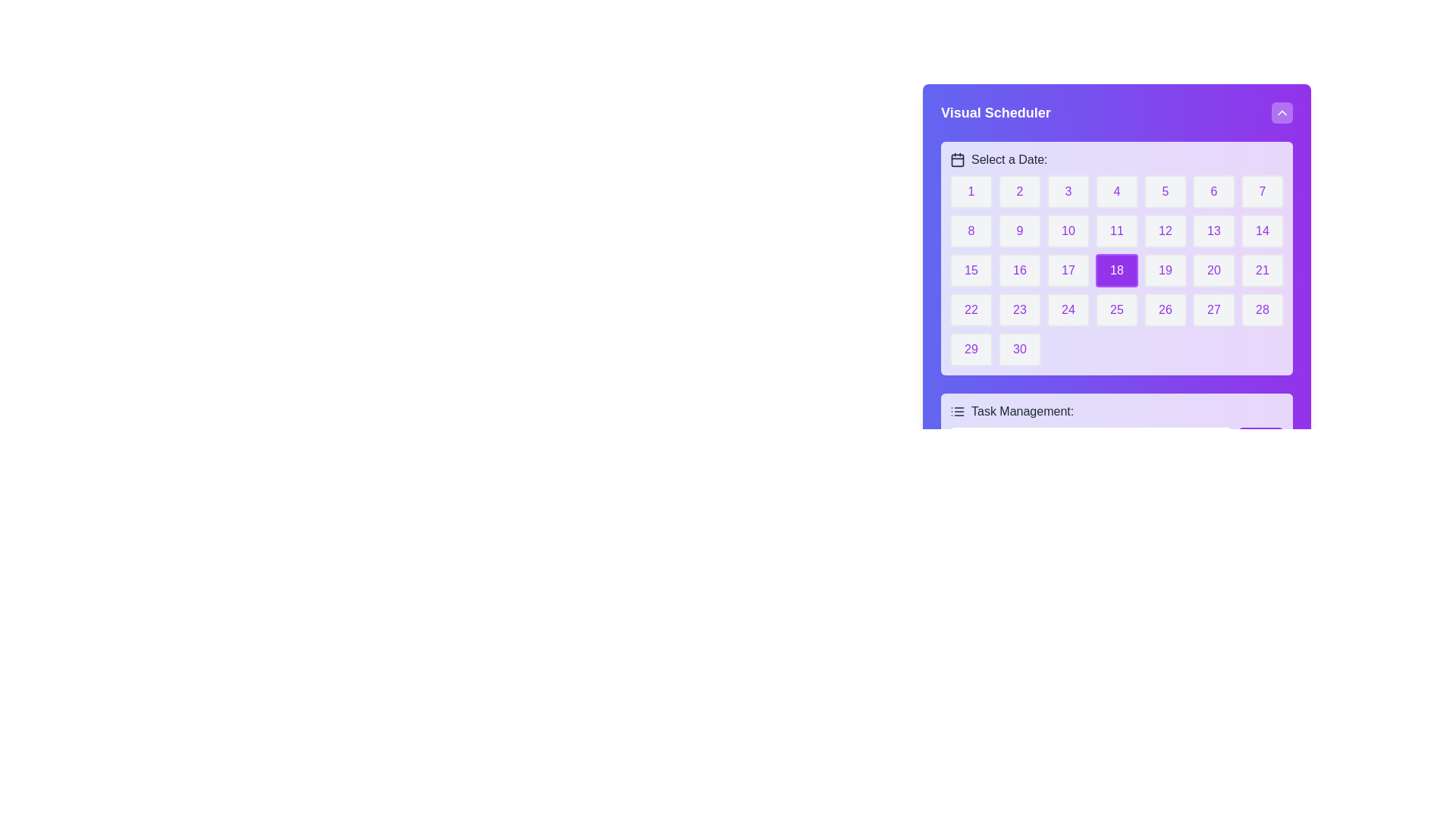  I want to click on text from the bold and large-sized label displaying 'Visual Scheduler', styled with distinctive white text against a gradient purple background, located at the top-left within the interface module, so click(996, 112).